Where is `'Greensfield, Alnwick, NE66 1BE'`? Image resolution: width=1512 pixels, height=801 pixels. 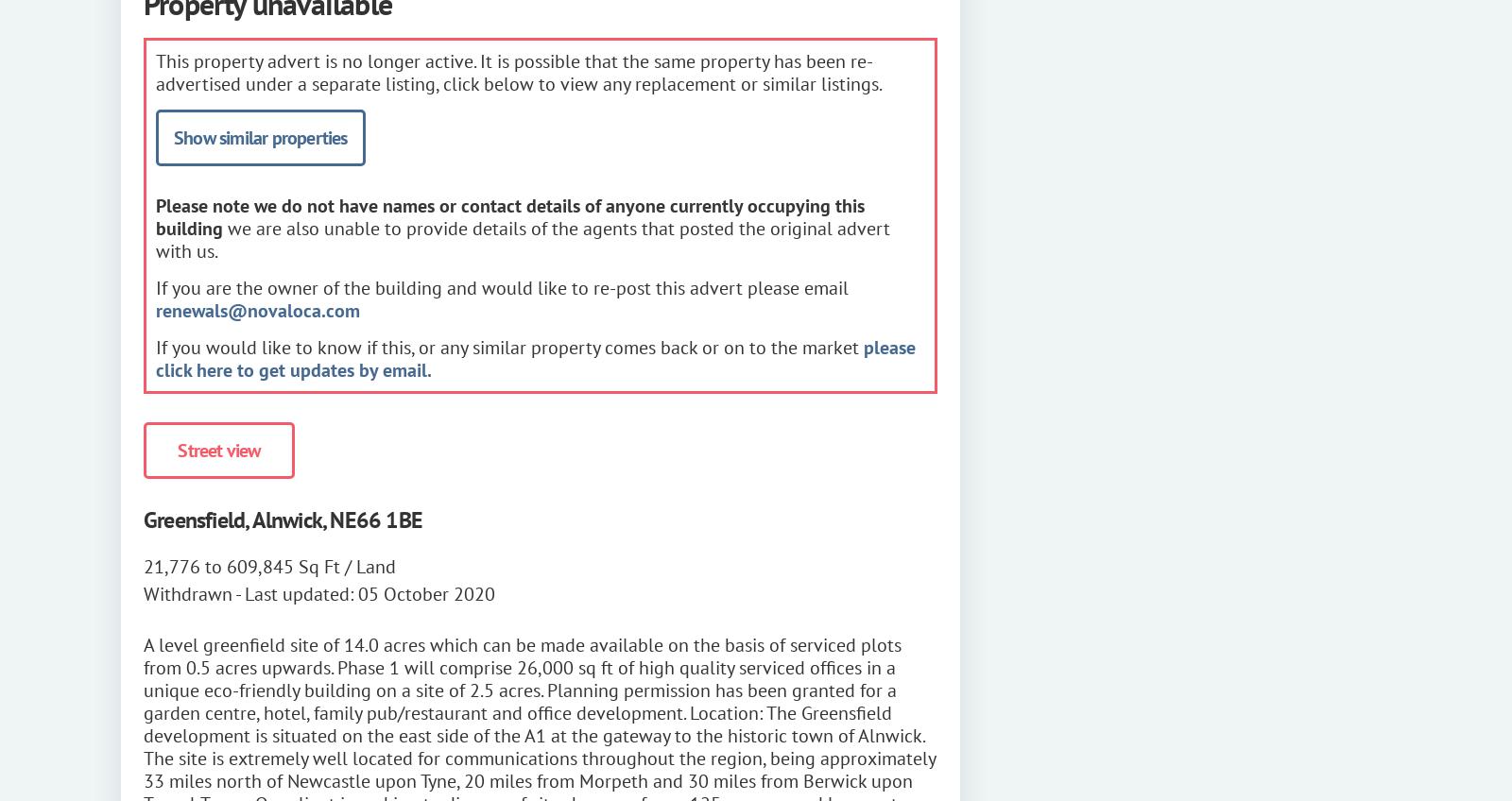 'Greensfield, Alnwick, NE66 1BE' is located at coordinates (283, 518).